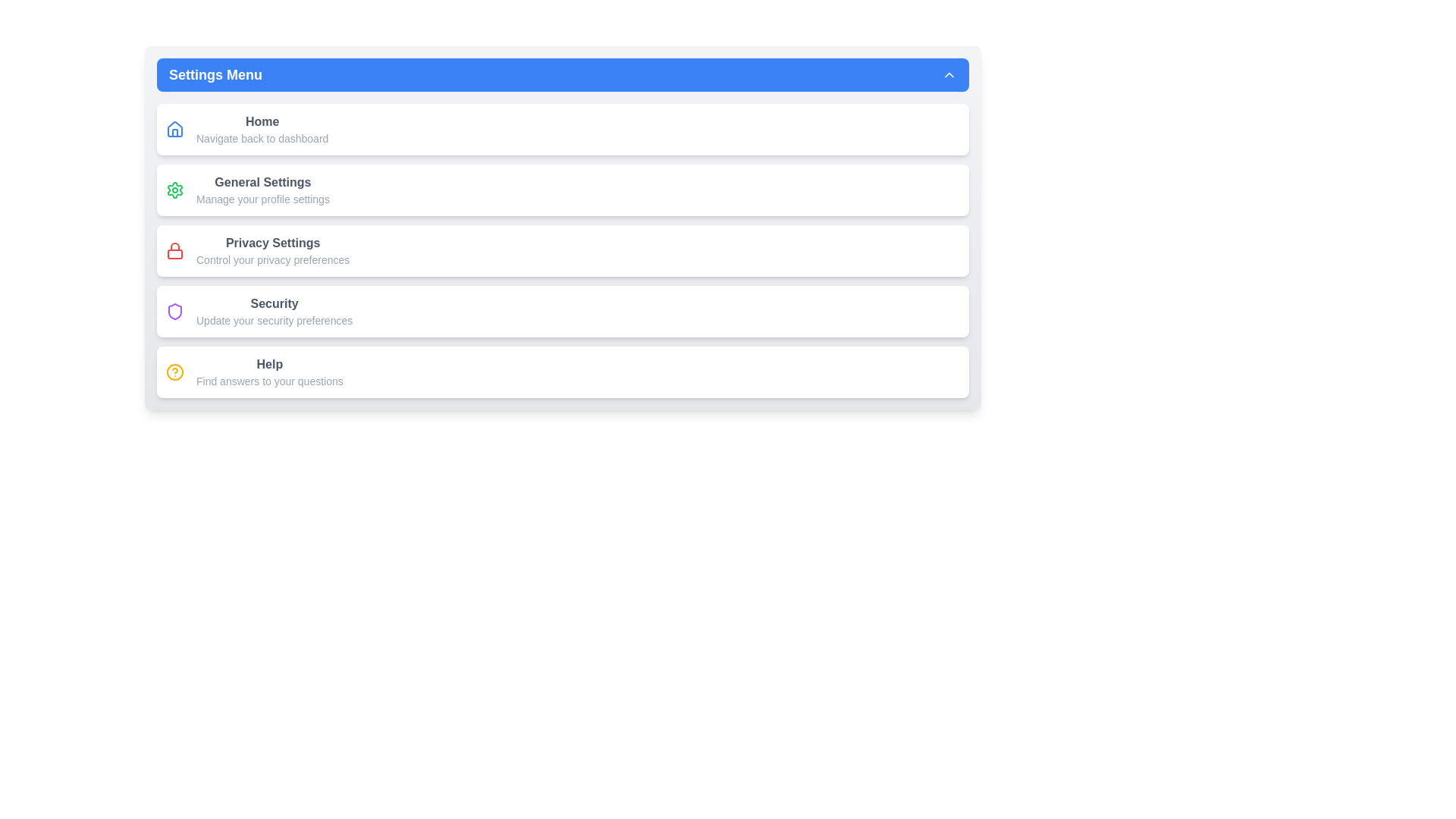 The height and width of the screenshot is (819, 1456). Describe the element at coordinates (275, 311) in the screenshot. I see `the 'Security' section header with the subtitle 'Update your security preferences' in the Settings Menu` at that location.